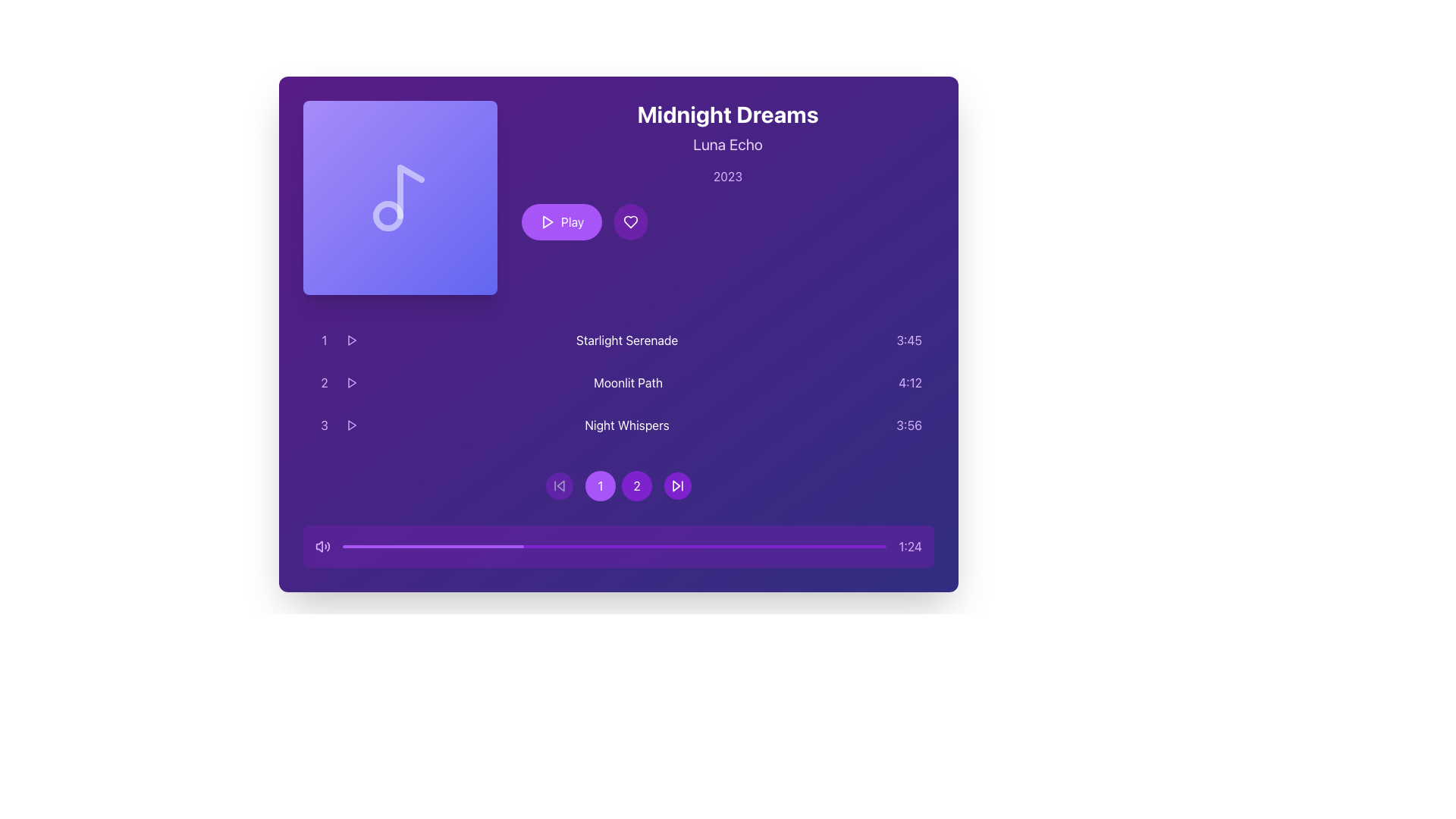  Describe the element at coordinates (614, 547) in the screenshot. I see `the progress bar at the center point to move to a specific point in the media playback` at that location.